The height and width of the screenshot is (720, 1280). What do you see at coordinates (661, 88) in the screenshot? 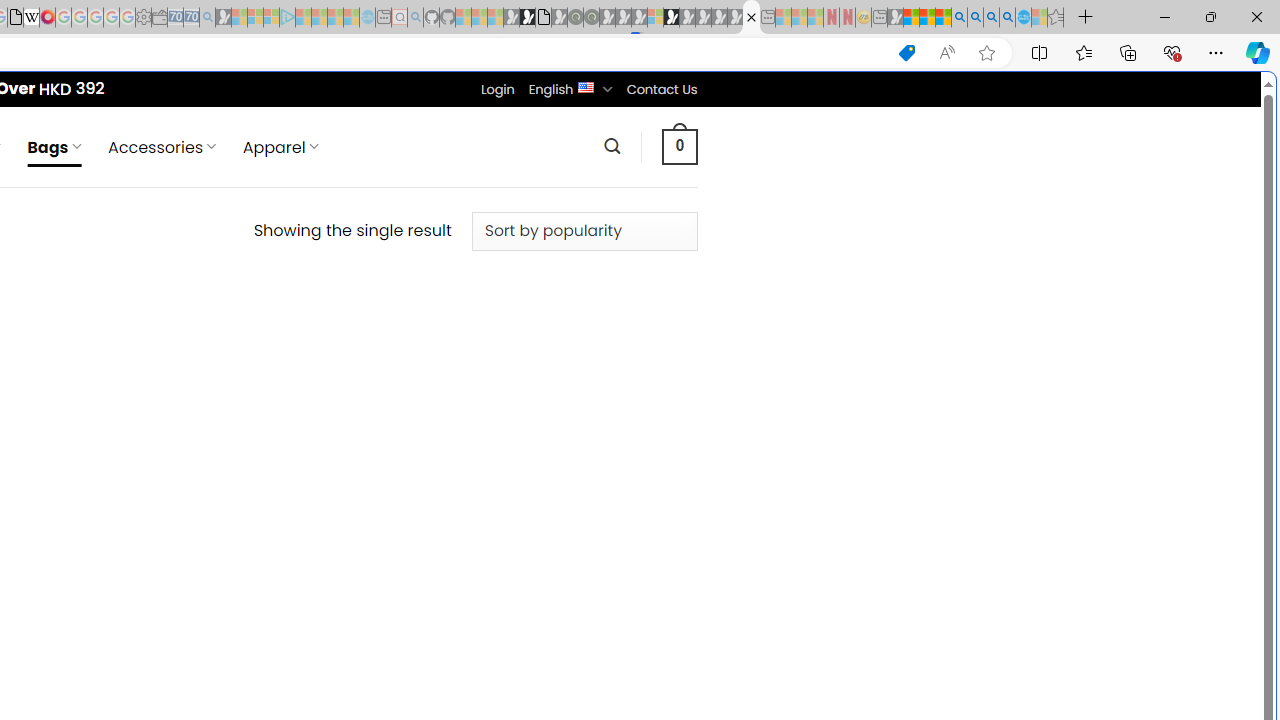
I see `'Contact Us'` at bounding box center [661, 88].